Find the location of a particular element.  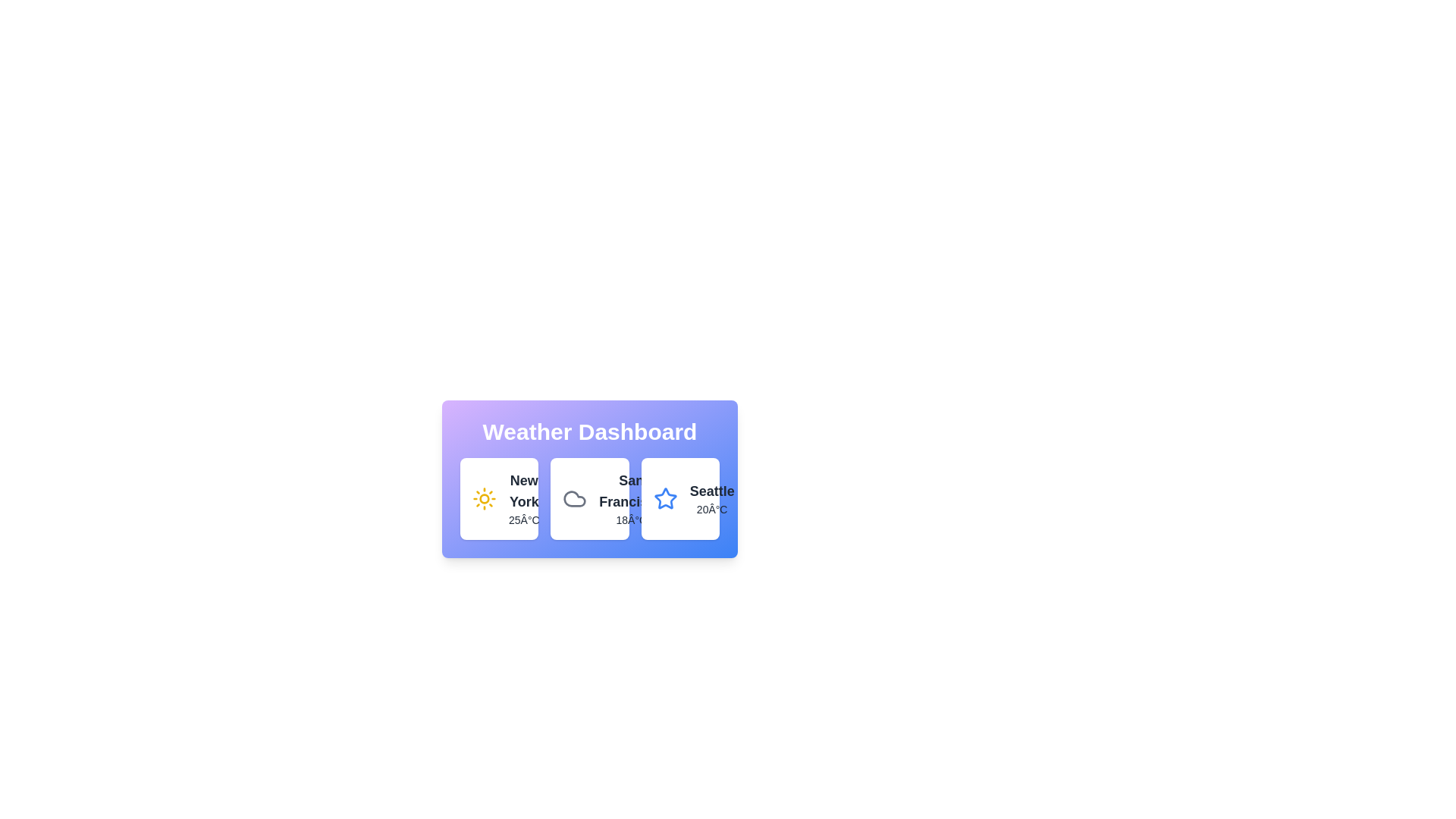

the bold, large-sized text label saying 'New York' is located at coordinates (524, 491).